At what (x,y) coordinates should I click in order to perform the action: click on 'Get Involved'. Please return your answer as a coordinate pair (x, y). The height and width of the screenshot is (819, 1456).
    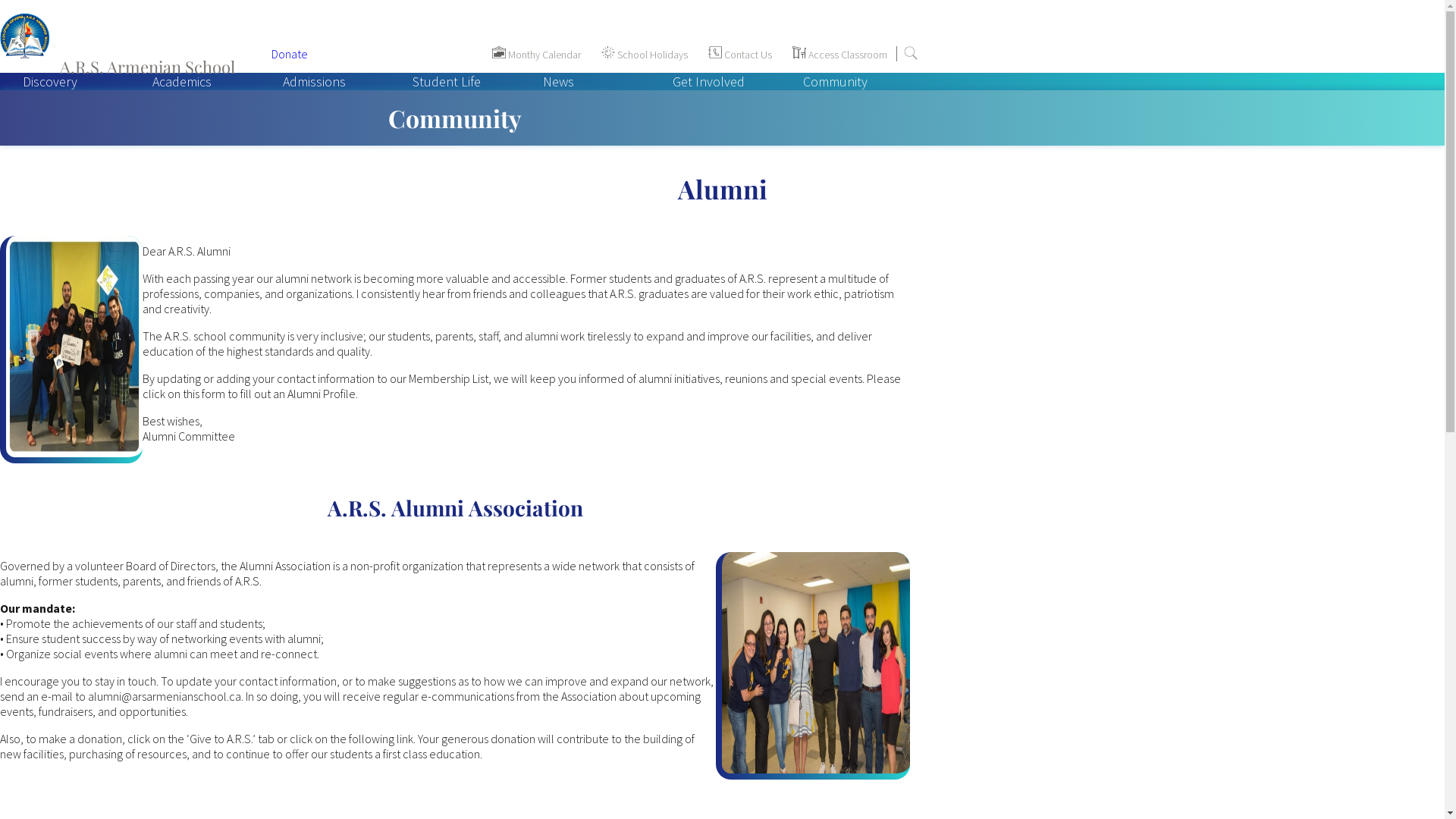
    Looking at the image, I should click on (708, 81).